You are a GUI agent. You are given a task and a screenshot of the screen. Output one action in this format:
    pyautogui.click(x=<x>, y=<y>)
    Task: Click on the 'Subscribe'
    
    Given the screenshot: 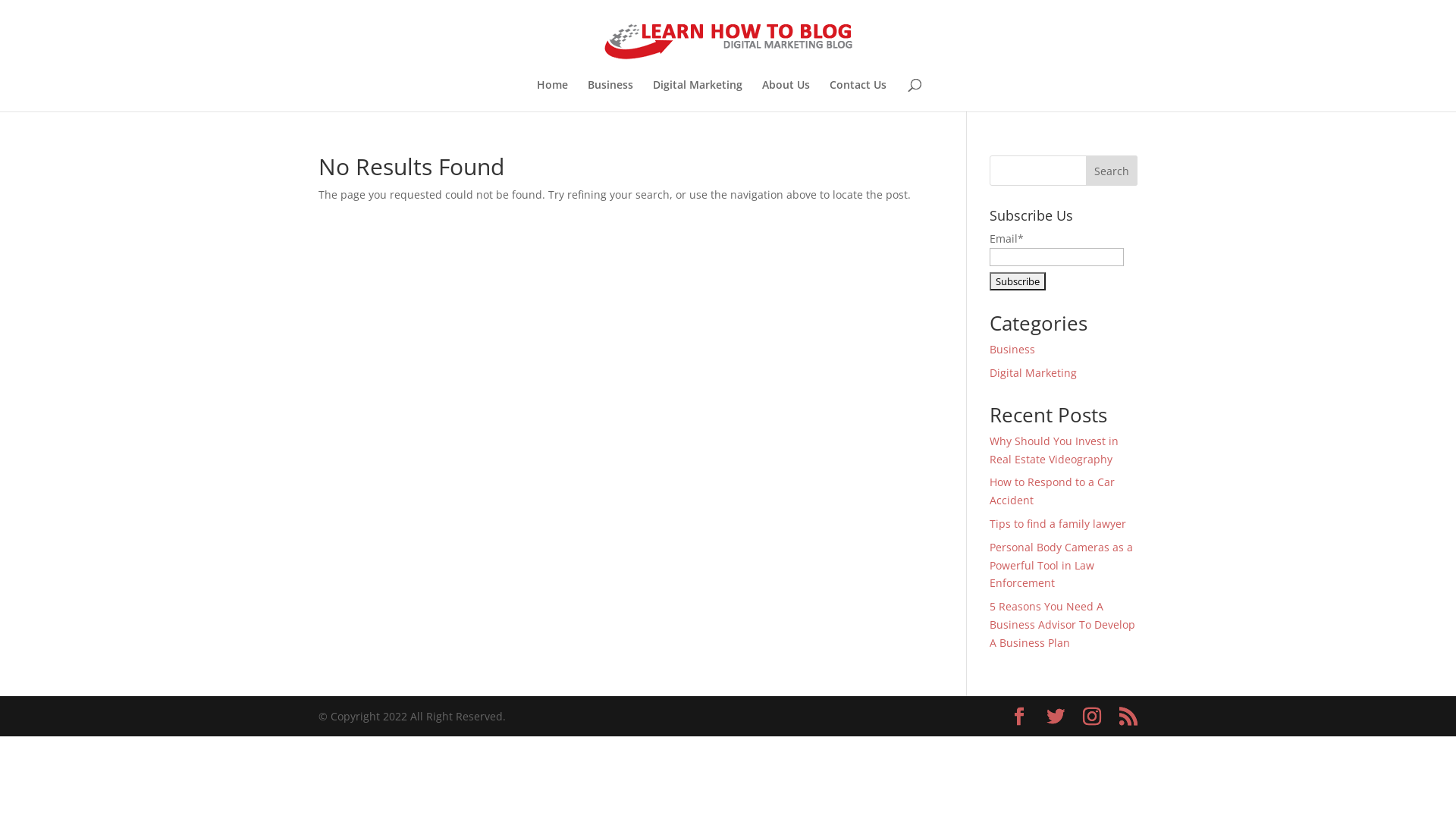 What is the action you would take?
    pyautogui.click(x=1018, y=281)
    